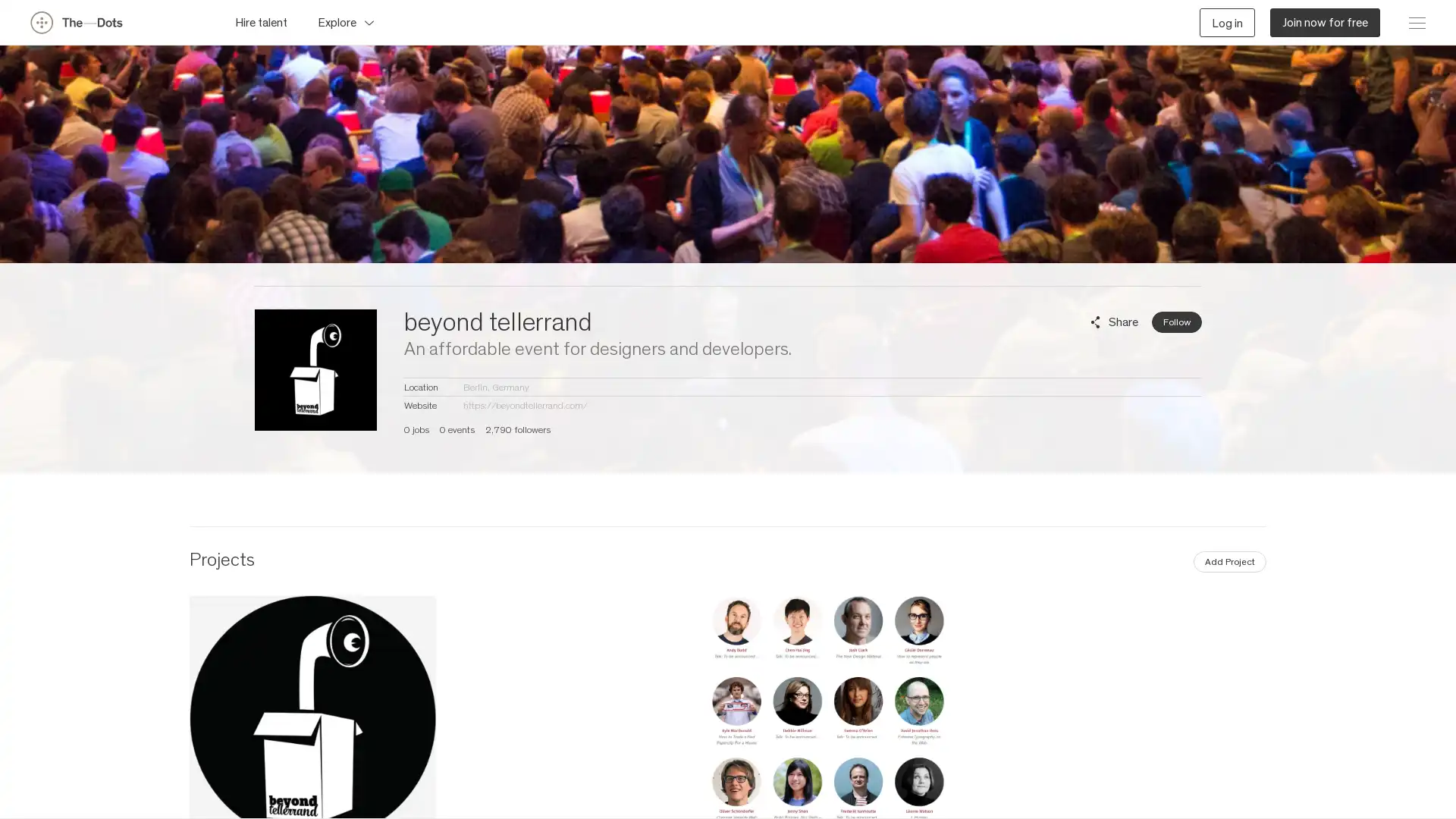  Describe the element at coordinates (1230, 561) in the screenshot. I see `Add Project` at that location.